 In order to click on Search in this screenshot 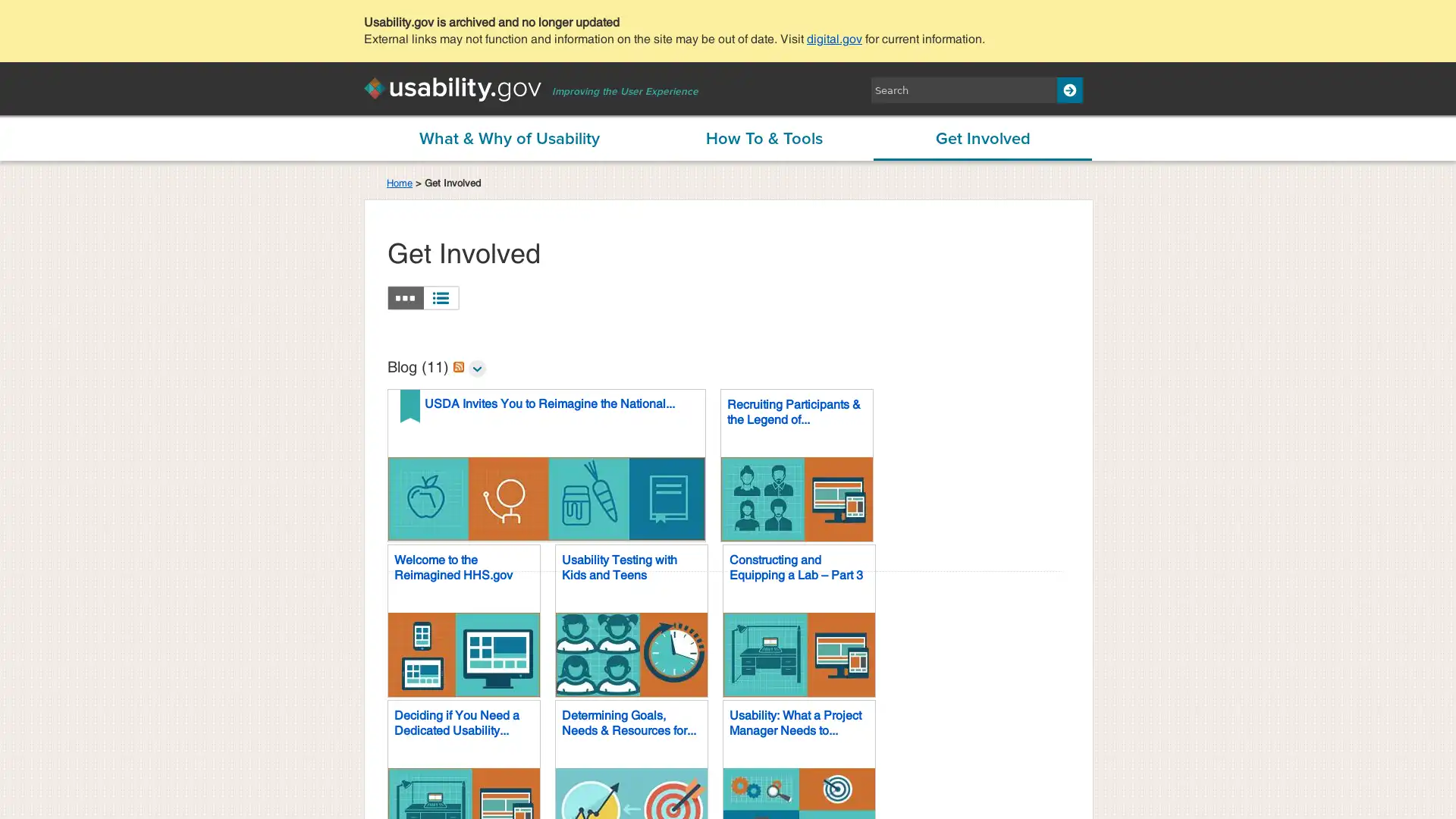, I will do `click(1069, 90)`.